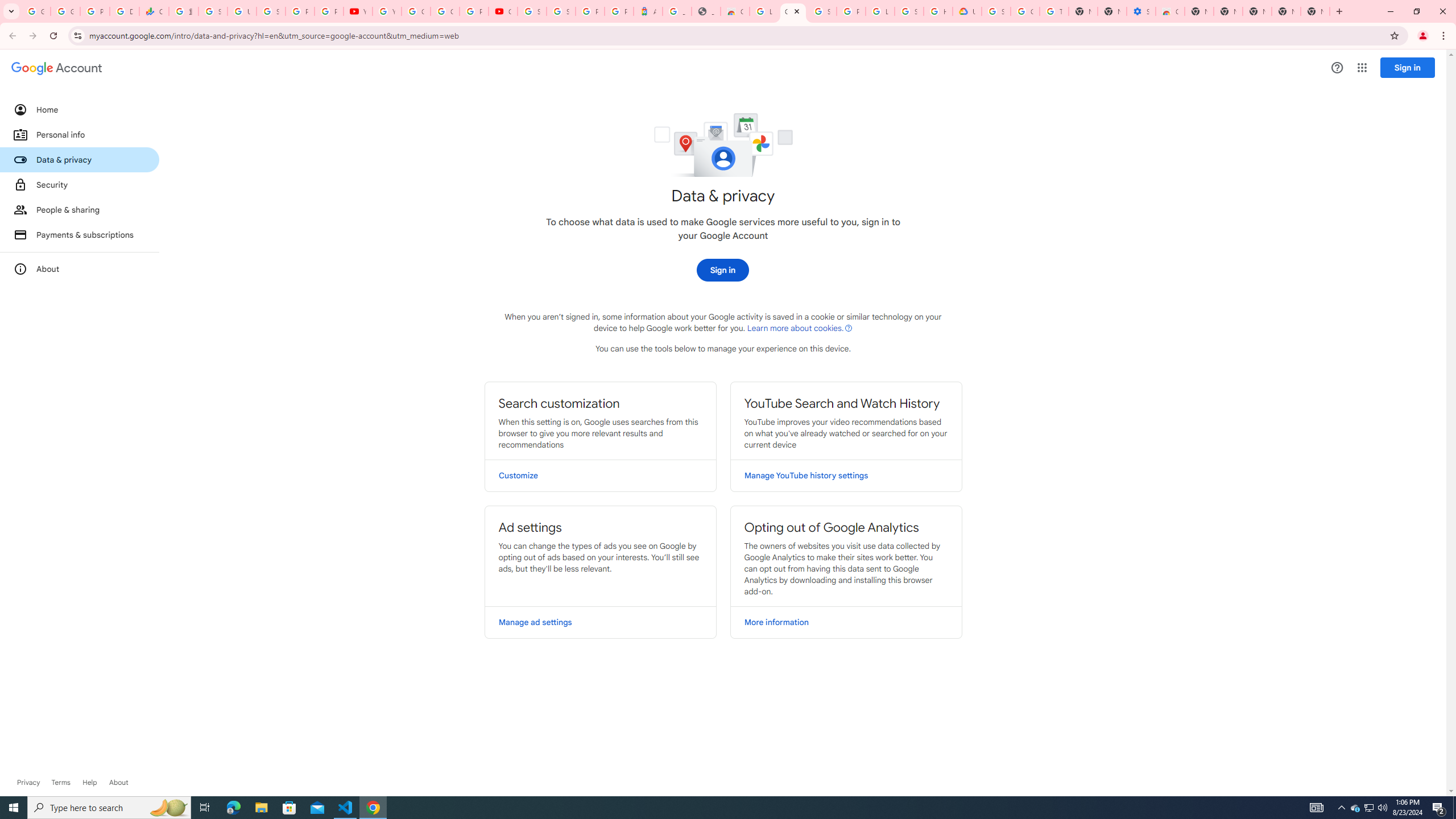 The height and width of the screenshot is (819, 1456). I want to click on 'Google Workspace Admin Community', so click(35, 11).